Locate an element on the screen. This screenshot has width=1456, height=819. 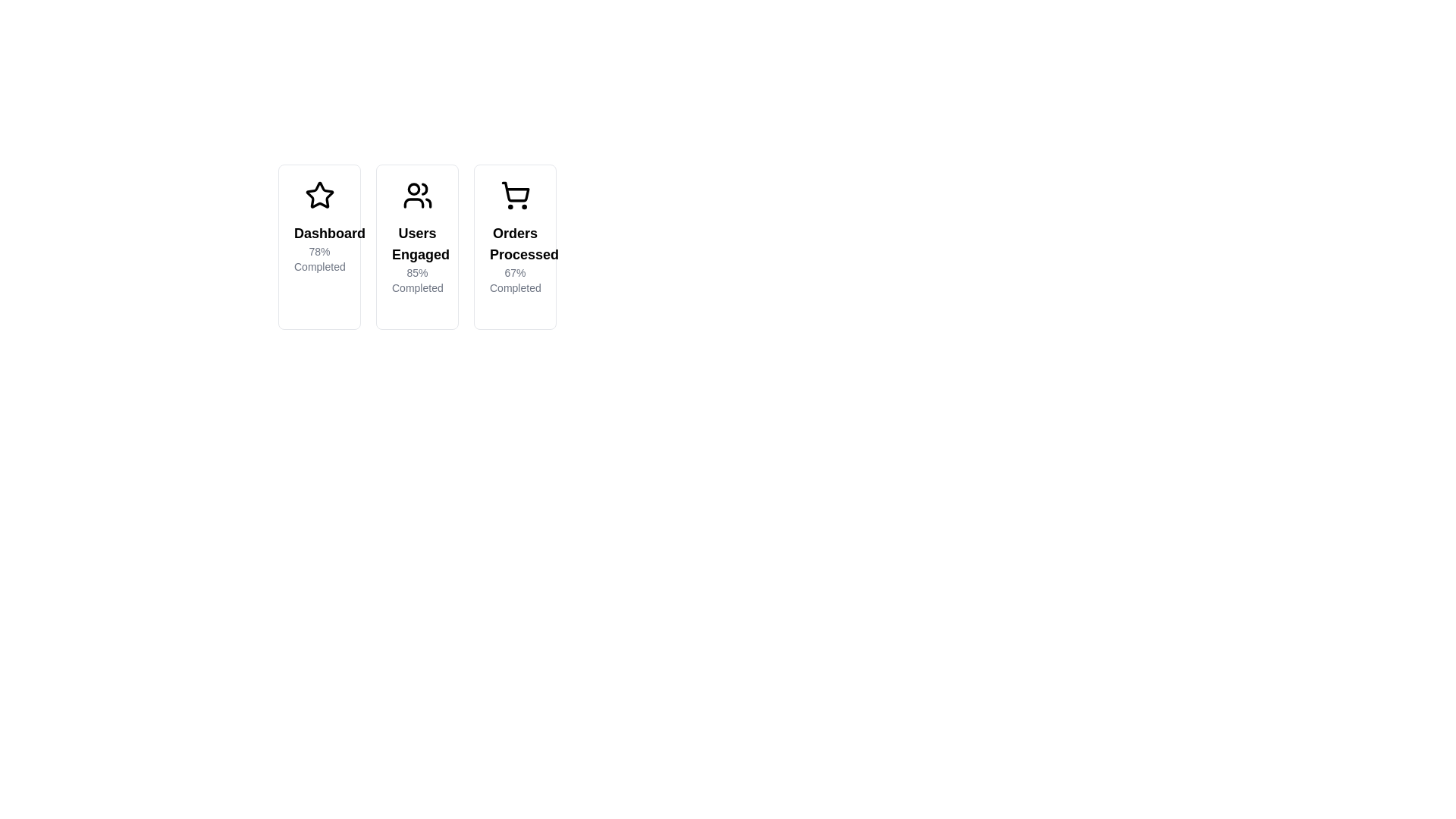
the text block displaying 'Users Engaged' and '85% Completed', which is located in the second card of a row of three cards is located at coordinates (417, 259).